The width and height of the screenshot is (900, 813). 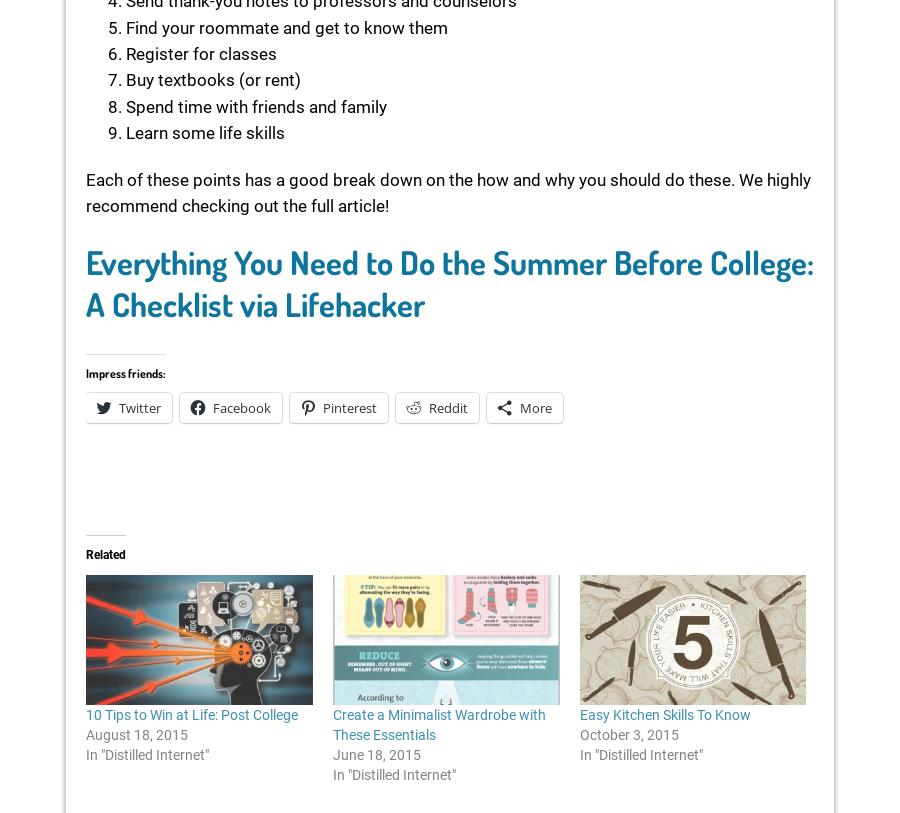 I want to click on 'Register for classes', so click(x=126, y=52).